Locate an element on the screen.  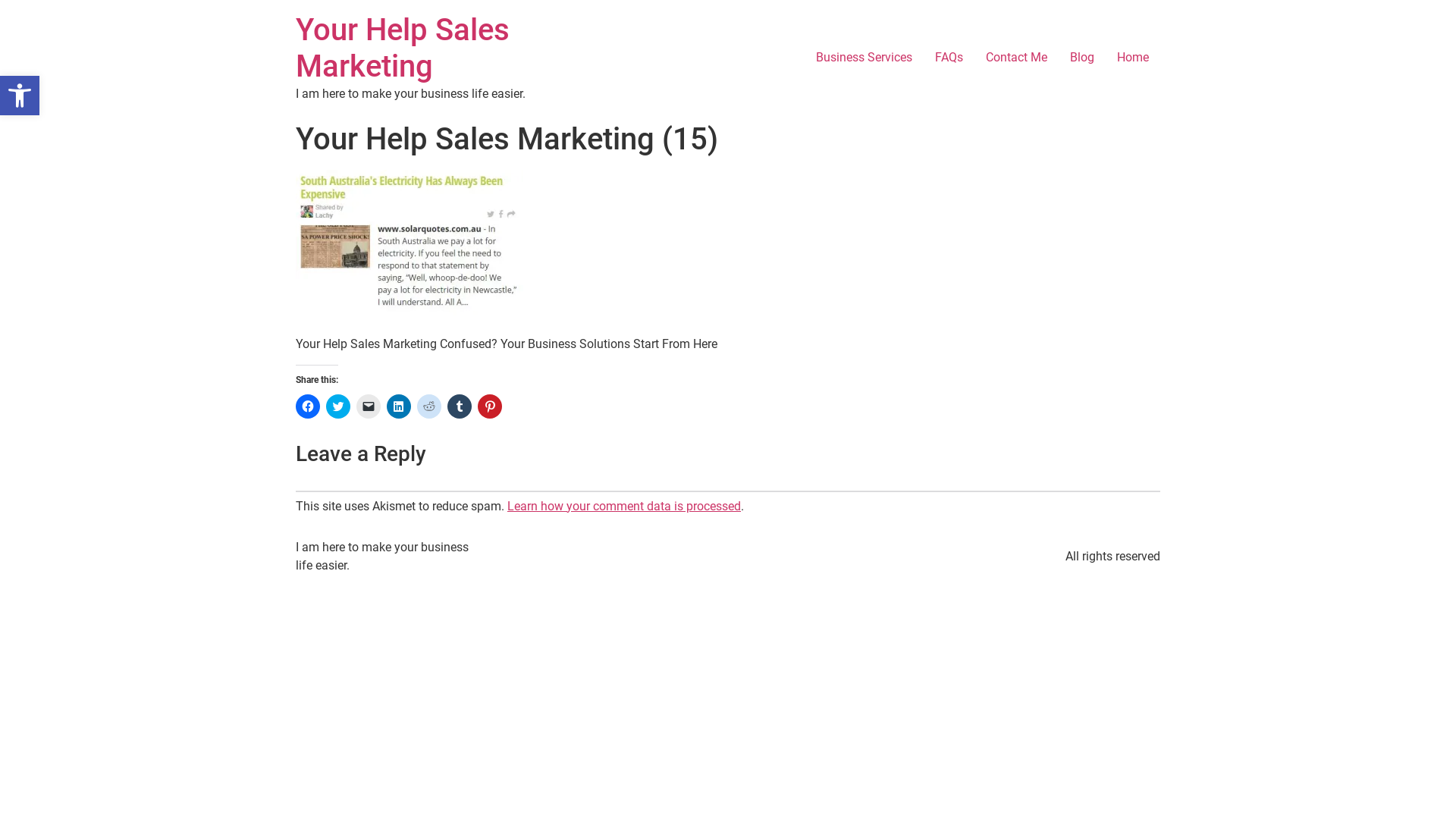
'Business Services' is located at coordinates (864, 57).